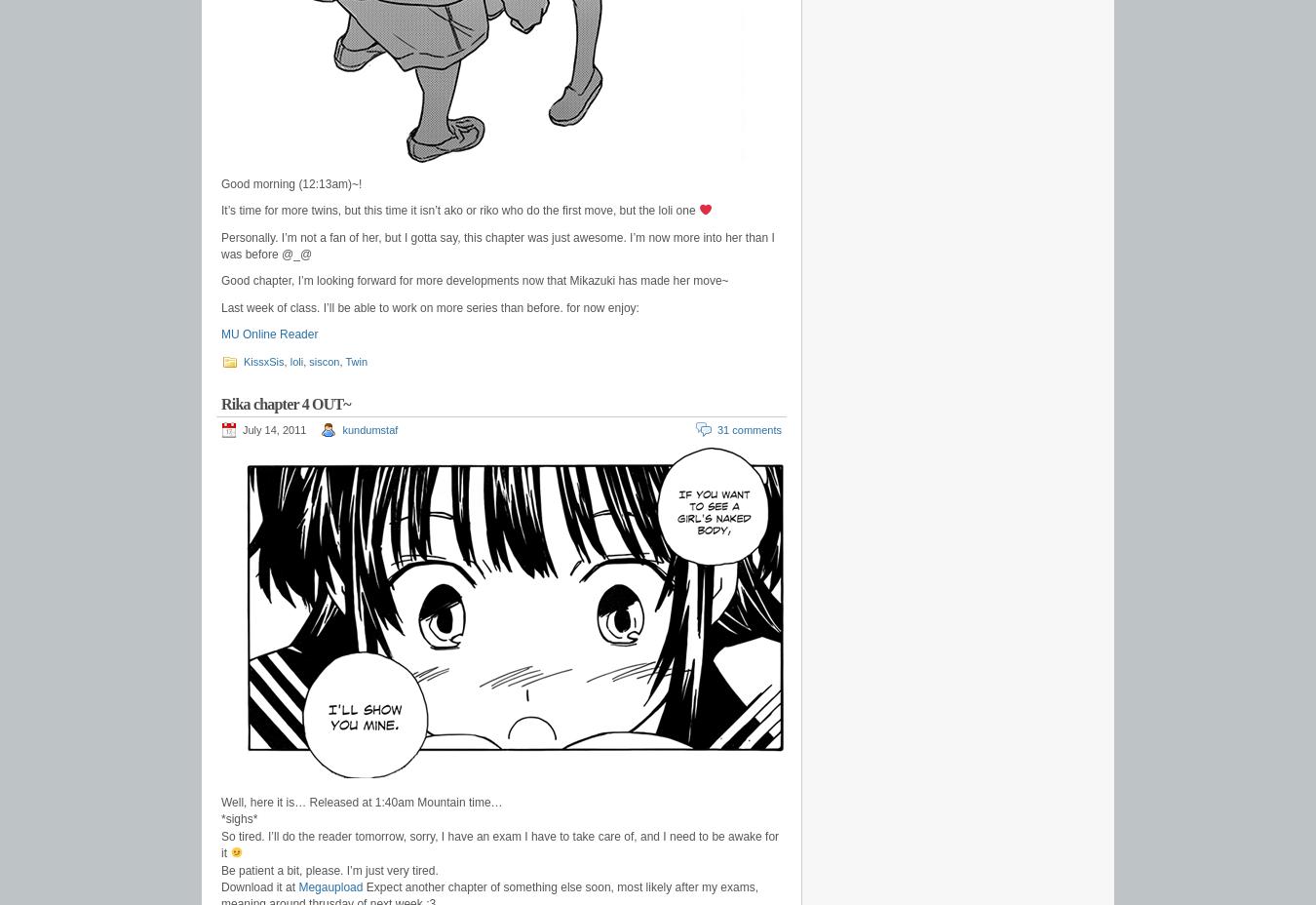  What do you see at coordinates (369, 428) in the screenshot?
I see `'kundumstaf'` at bounding box center [369, 428].